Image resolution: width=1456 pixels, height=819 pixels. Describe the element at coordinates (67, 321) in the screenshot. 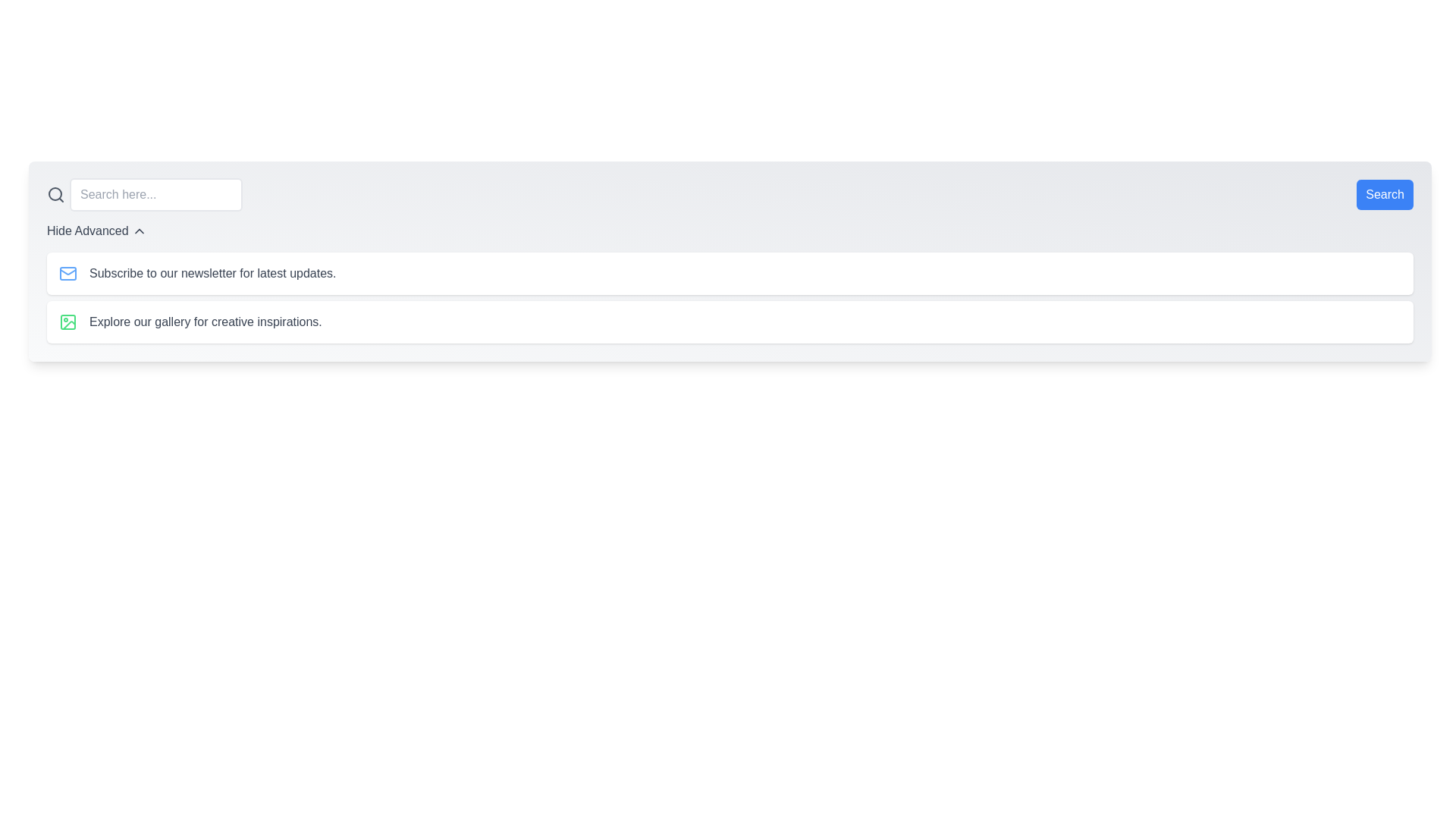

I see `the decorative graphical icon component (rectangle) located in the middle-left part of the second row's icon in the SVG` at that location.